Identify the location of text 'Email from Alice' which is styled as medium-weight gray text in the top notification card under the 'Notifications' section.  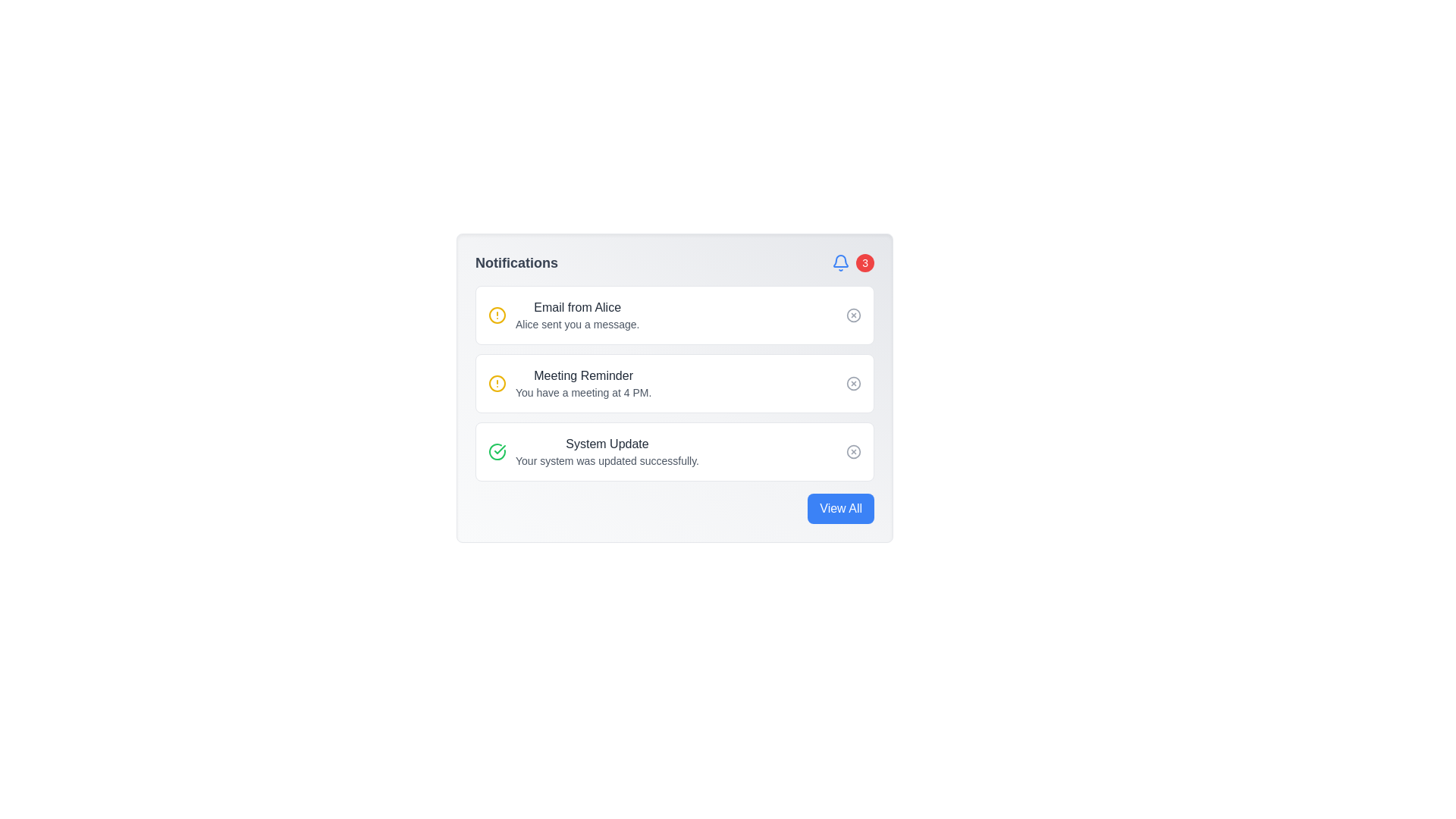
(576, 307).